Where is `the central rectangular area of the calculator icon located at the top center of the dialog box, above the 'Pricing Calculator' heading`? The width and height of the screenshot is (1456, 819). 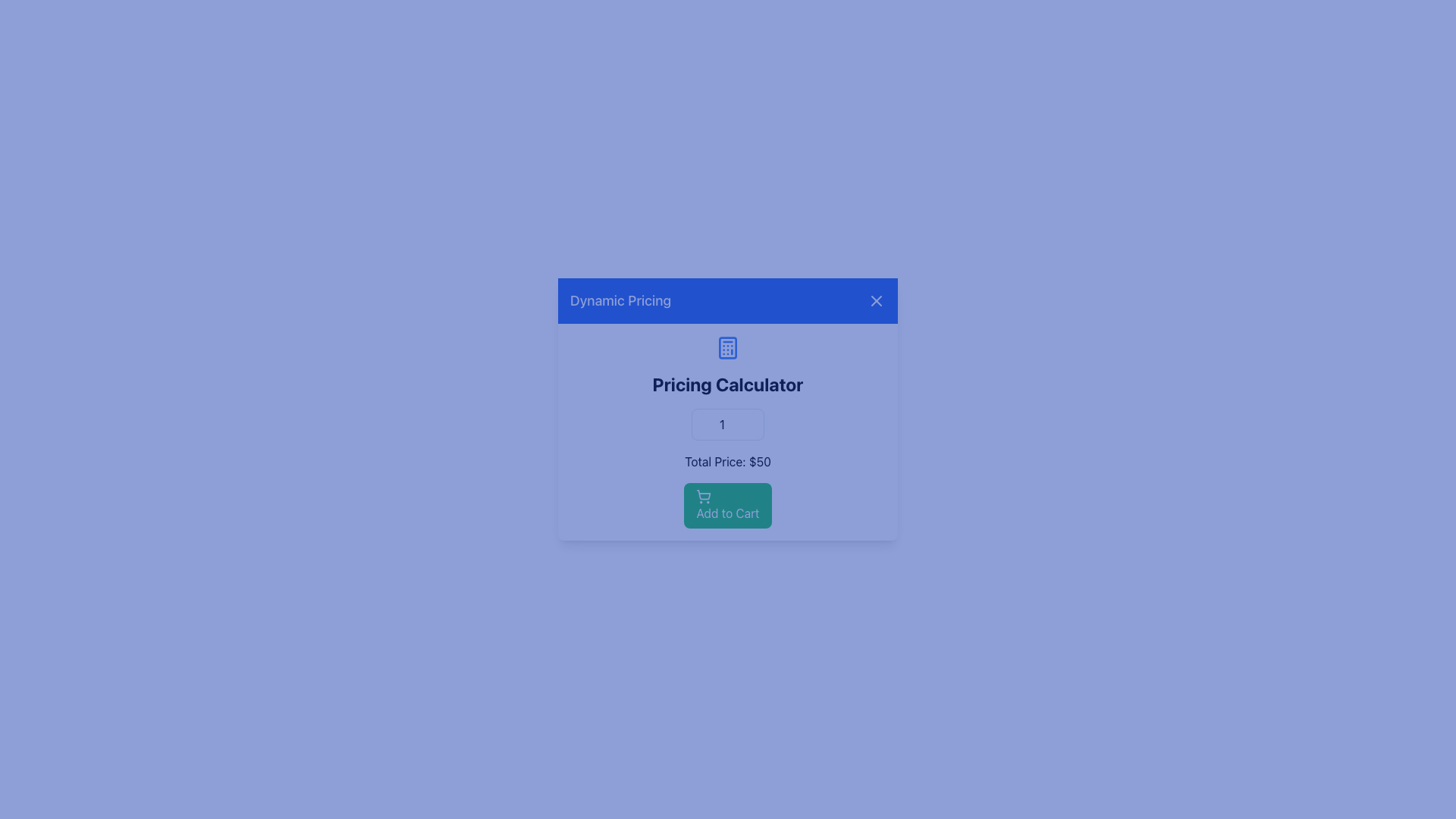
the central rectangular area of the calculator icon located at the top center of the dialog box, above the 'Pricing Calculator' heading is located at coordinates (728, 348).